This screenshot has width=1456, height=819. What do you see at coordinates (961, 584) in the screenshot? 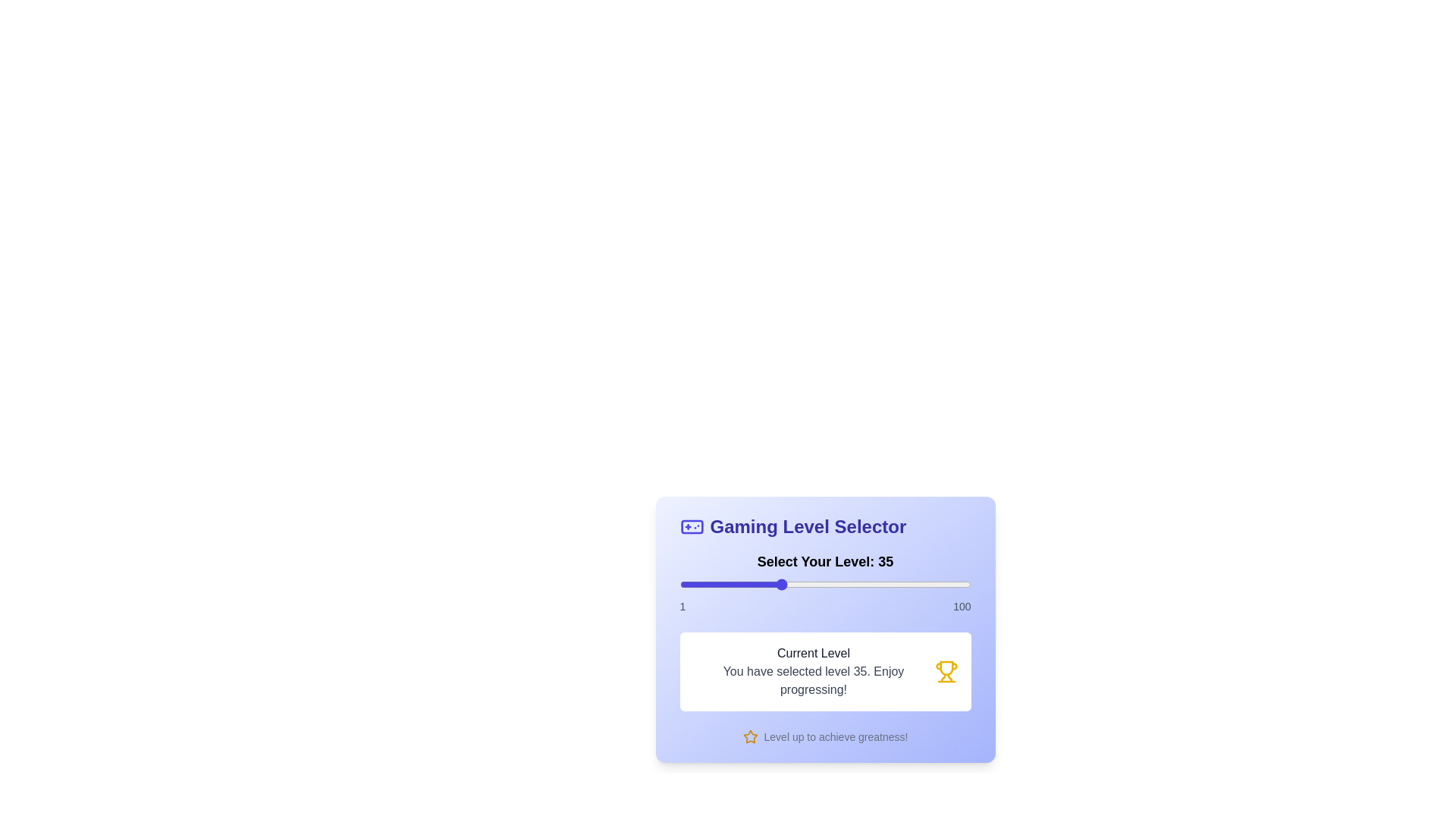
I see `the gaming level` at bounding box center [961, 584].